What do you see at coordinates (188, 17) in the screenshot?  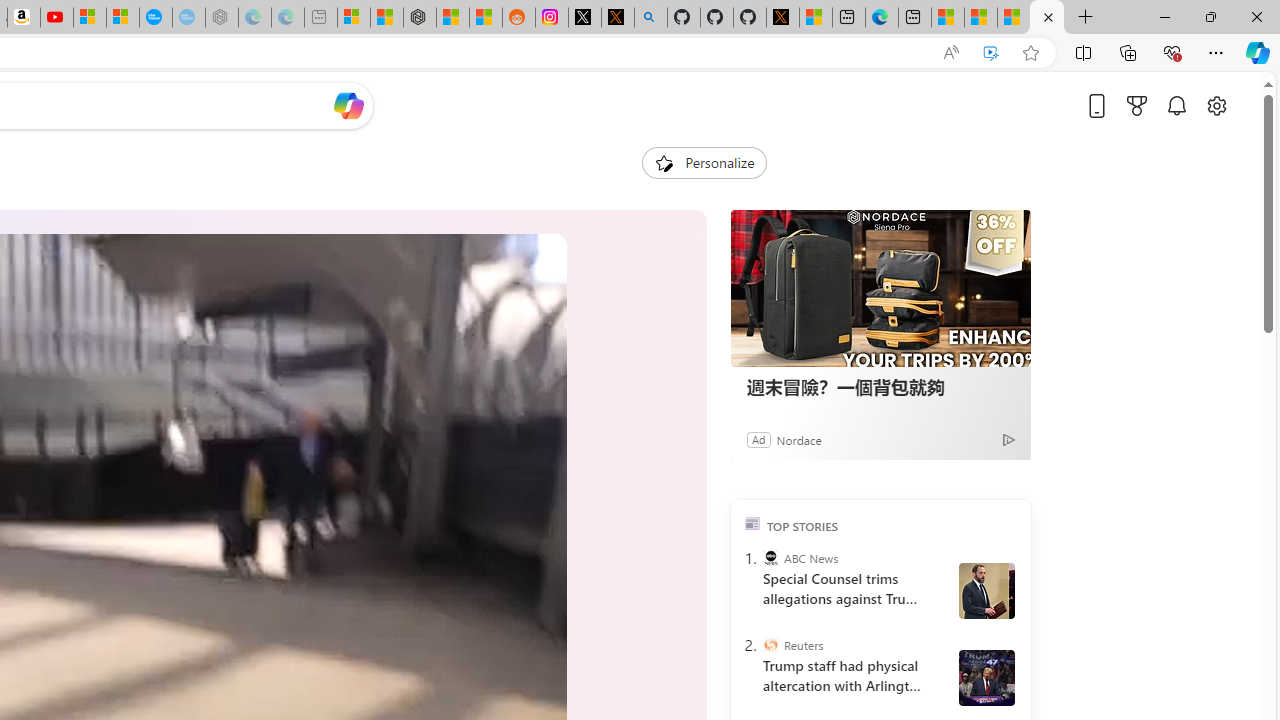 I see `'The most popular Google '` at bounding box center [188, 17].